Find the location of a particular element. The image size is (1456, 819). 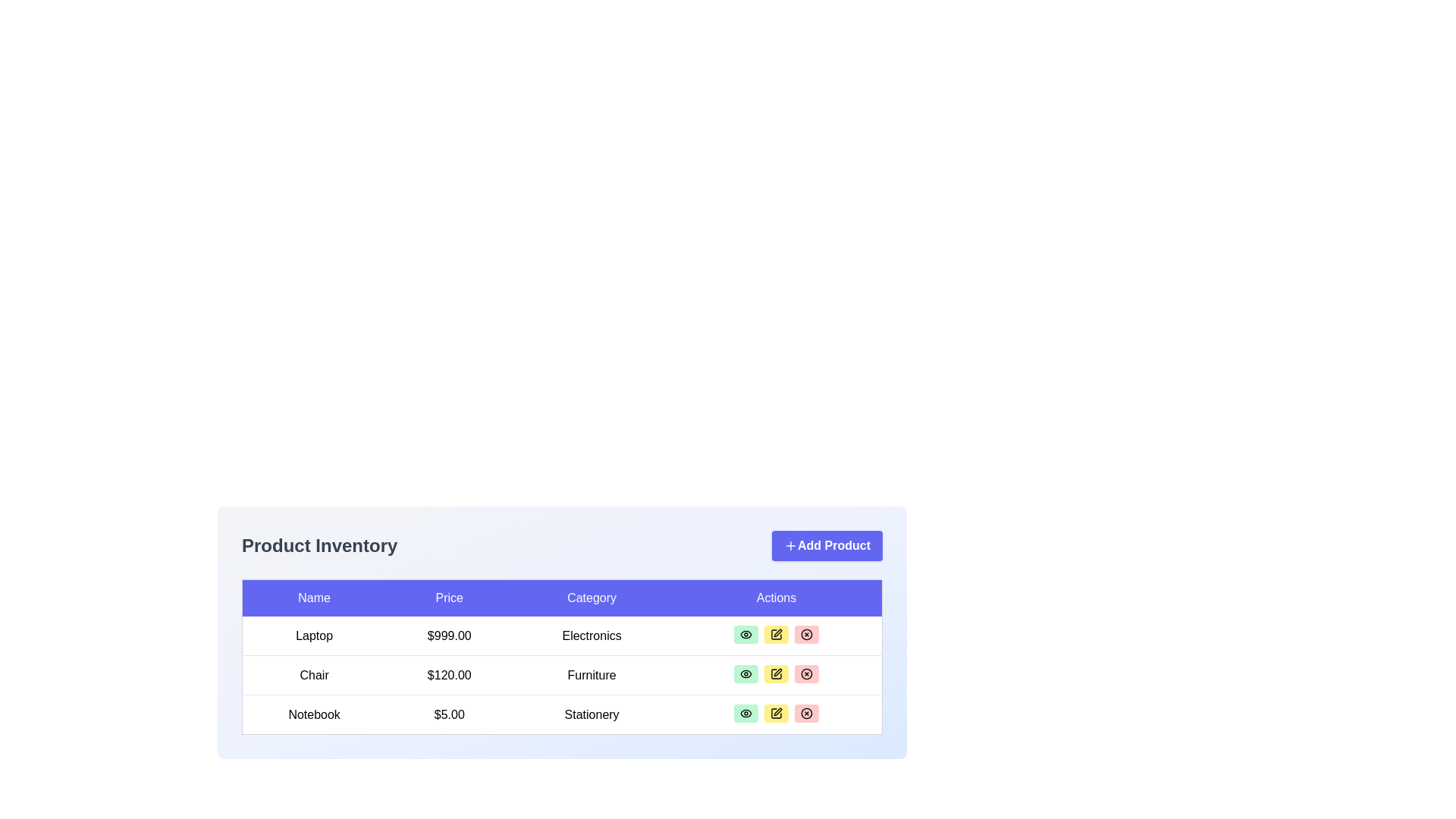

the static text label displaying 'Product Inventory', which is in a bold, large gray font located prominently at the top-left corner of the section is located at coordinates (318, 546).